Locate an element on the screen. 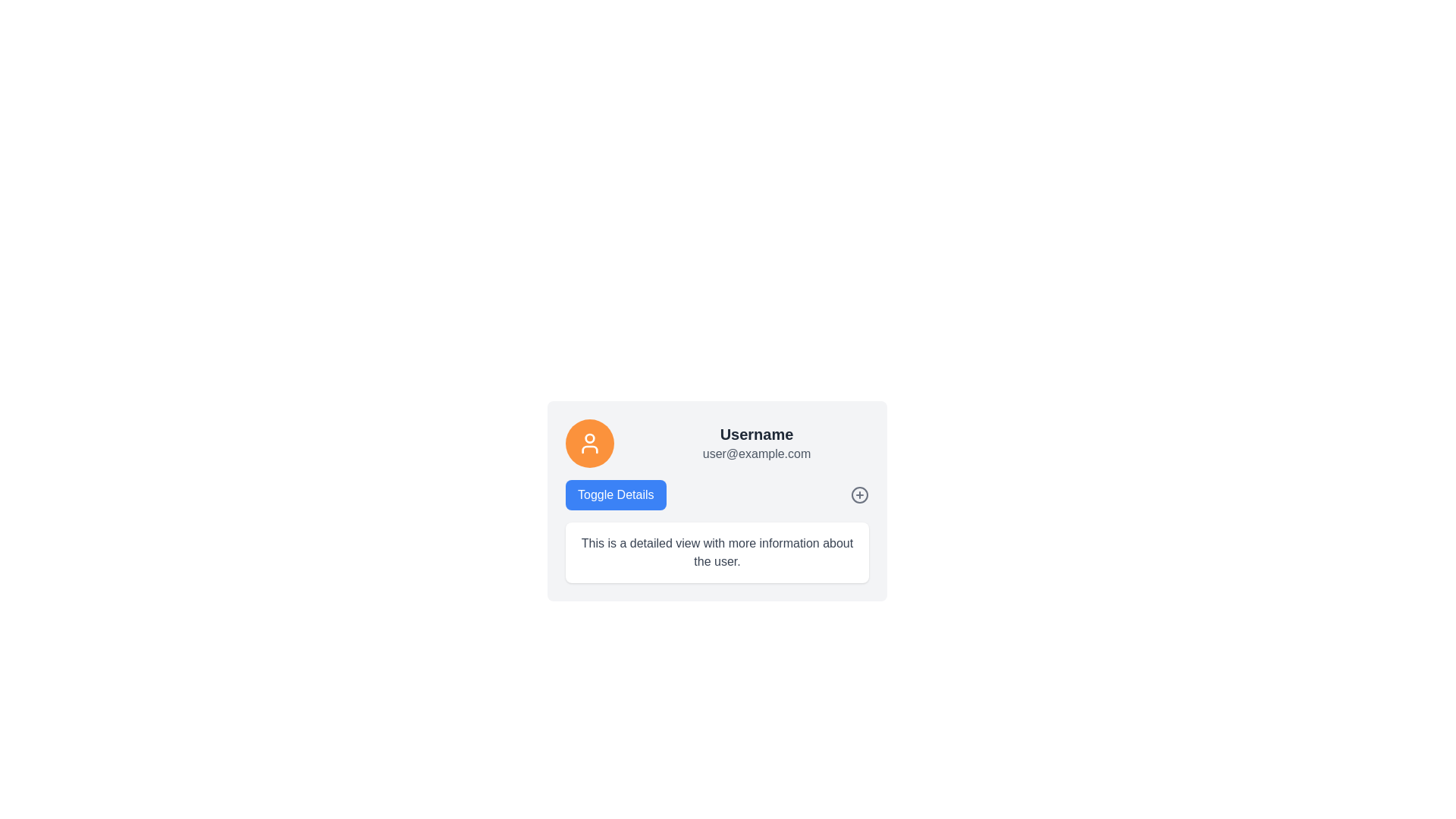 The width and height of the screenshot is (1456, 819). the rounded rectangular button with a blue background and white text displaying 'Toggle Details' is located at coordinates (616, 494).